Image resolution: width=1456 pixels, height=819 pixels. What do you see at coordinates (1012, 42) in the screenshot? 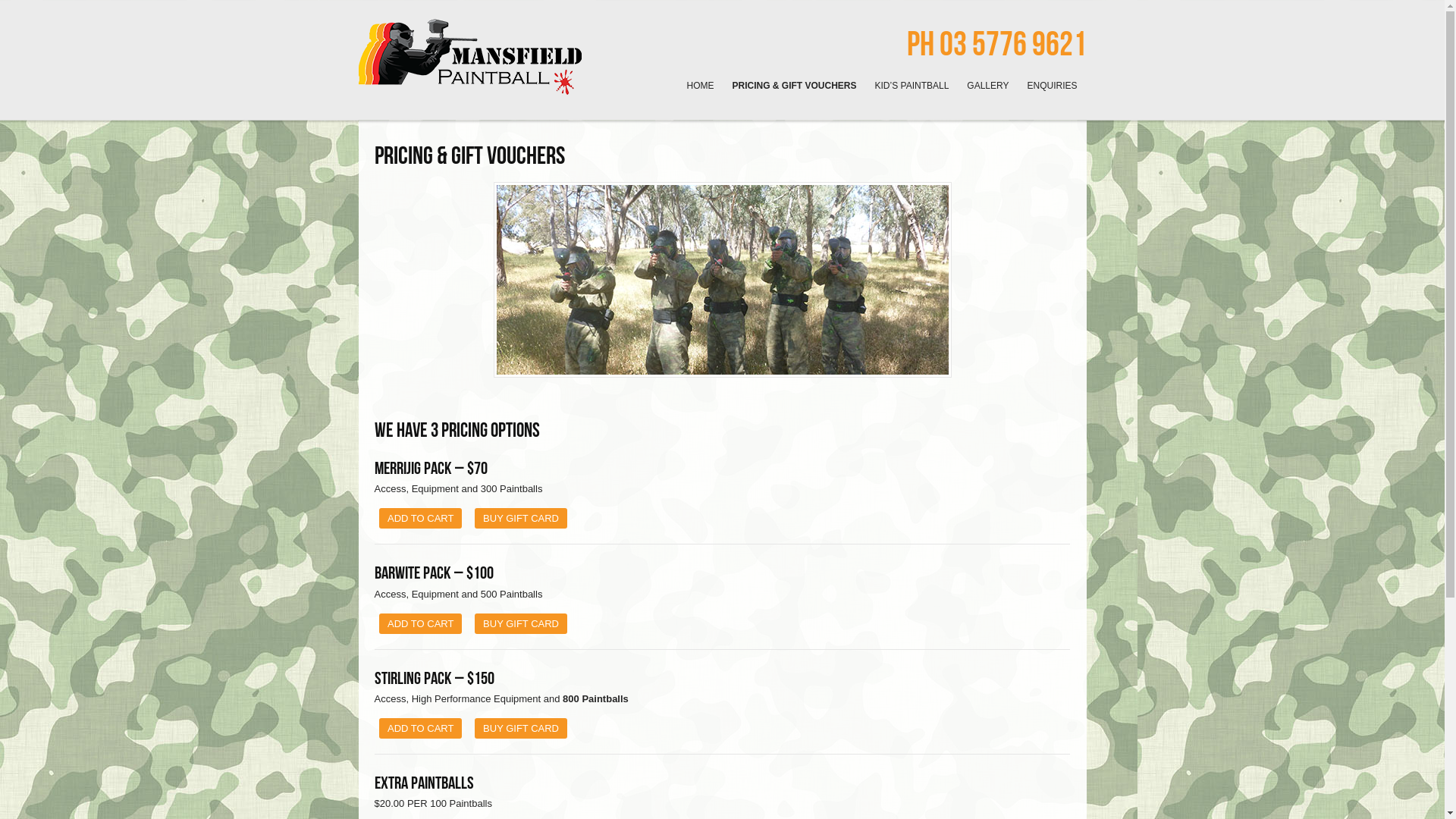
I see `'03 5776 9621'` at bounding box center [1012, 42].